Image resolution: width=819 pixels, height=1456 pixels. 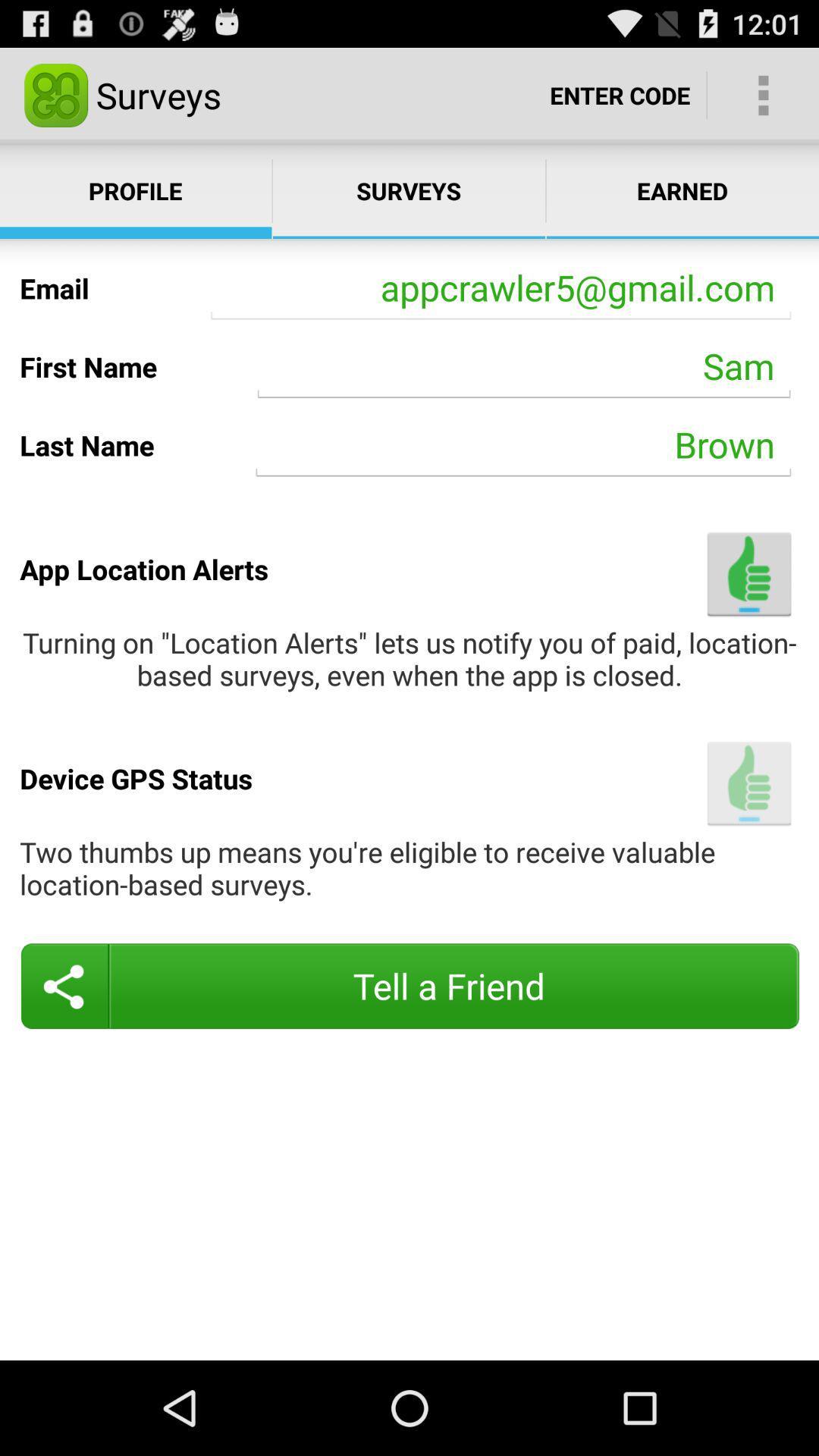 What do you see at coordinates (522, 444) in the screenshot?
I see `the brown item` at bounding box center [522, 444].